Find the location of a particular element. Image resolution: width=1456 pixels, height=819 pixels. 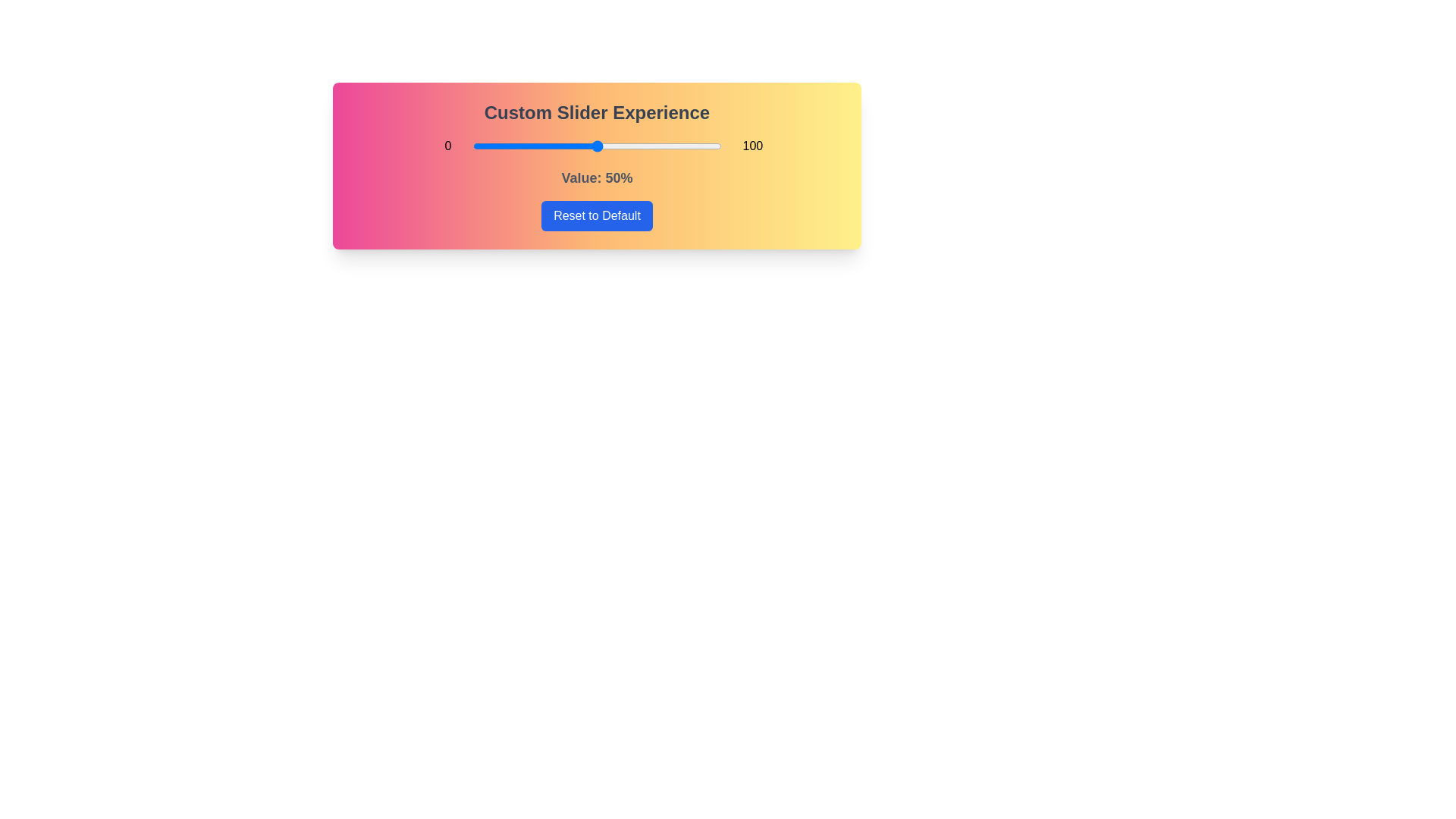

the slider to set its value to 50% is located at coordinates (596, 146).